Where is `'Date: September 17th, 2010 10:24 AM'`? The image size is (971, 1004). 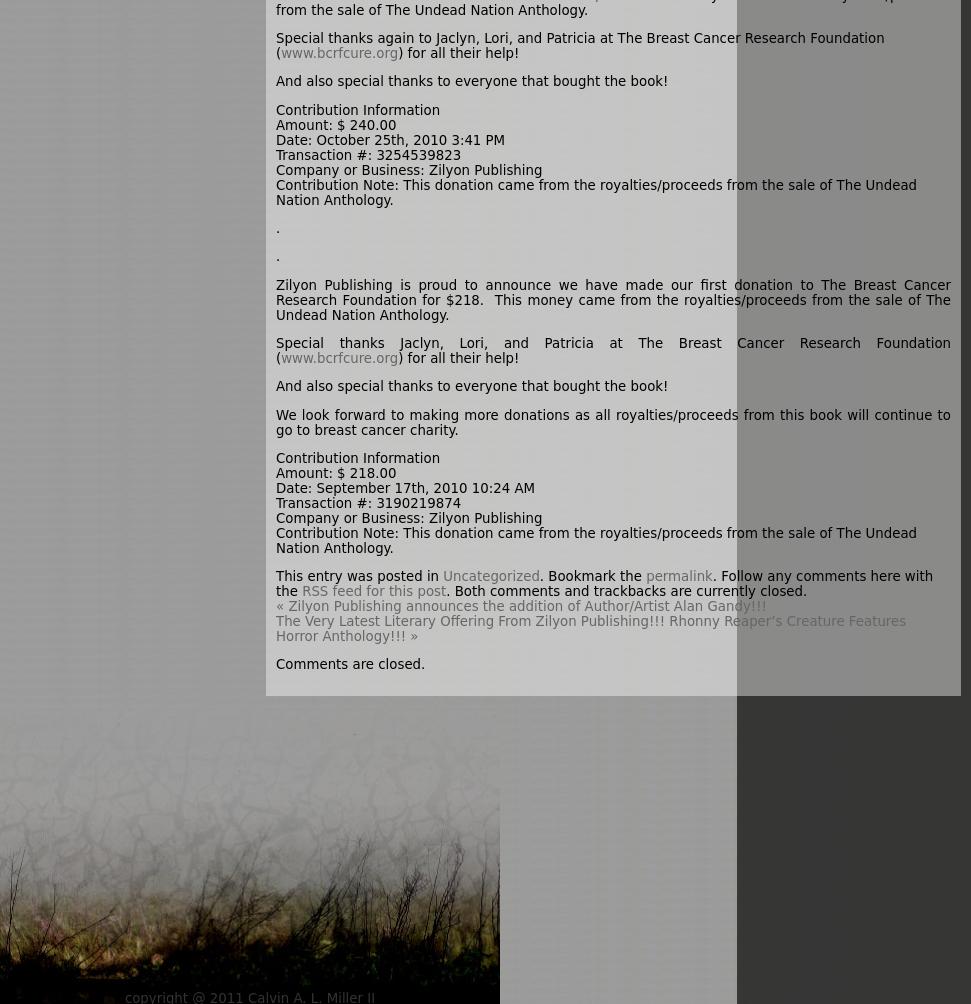
'Date: September 17th, 2010 10:24 AM' is located at coordinates (404, 486).